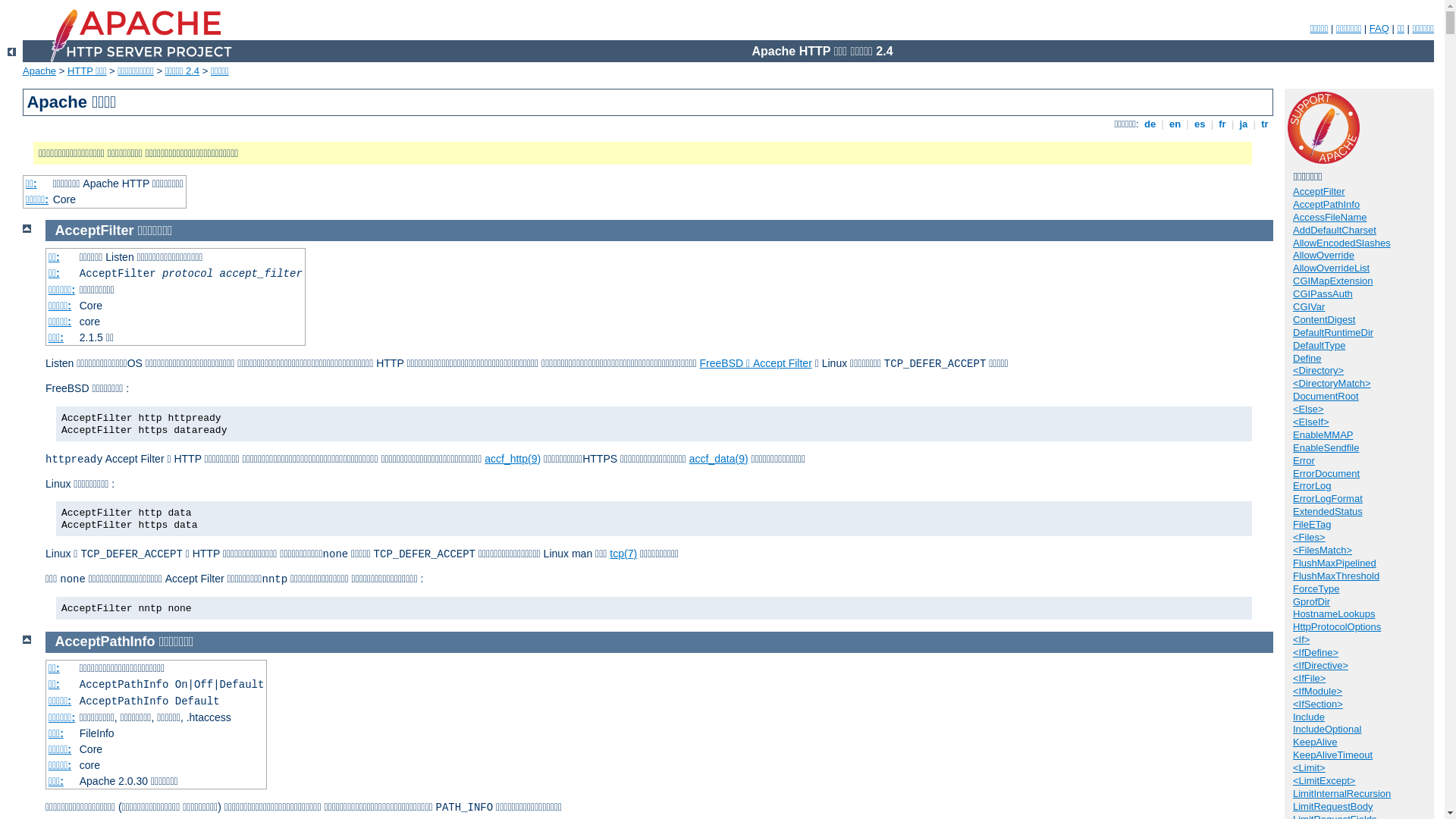  Describe the element at coordinates (623, 553) in the screenshot. I see `'tcp(7)'` at that location.